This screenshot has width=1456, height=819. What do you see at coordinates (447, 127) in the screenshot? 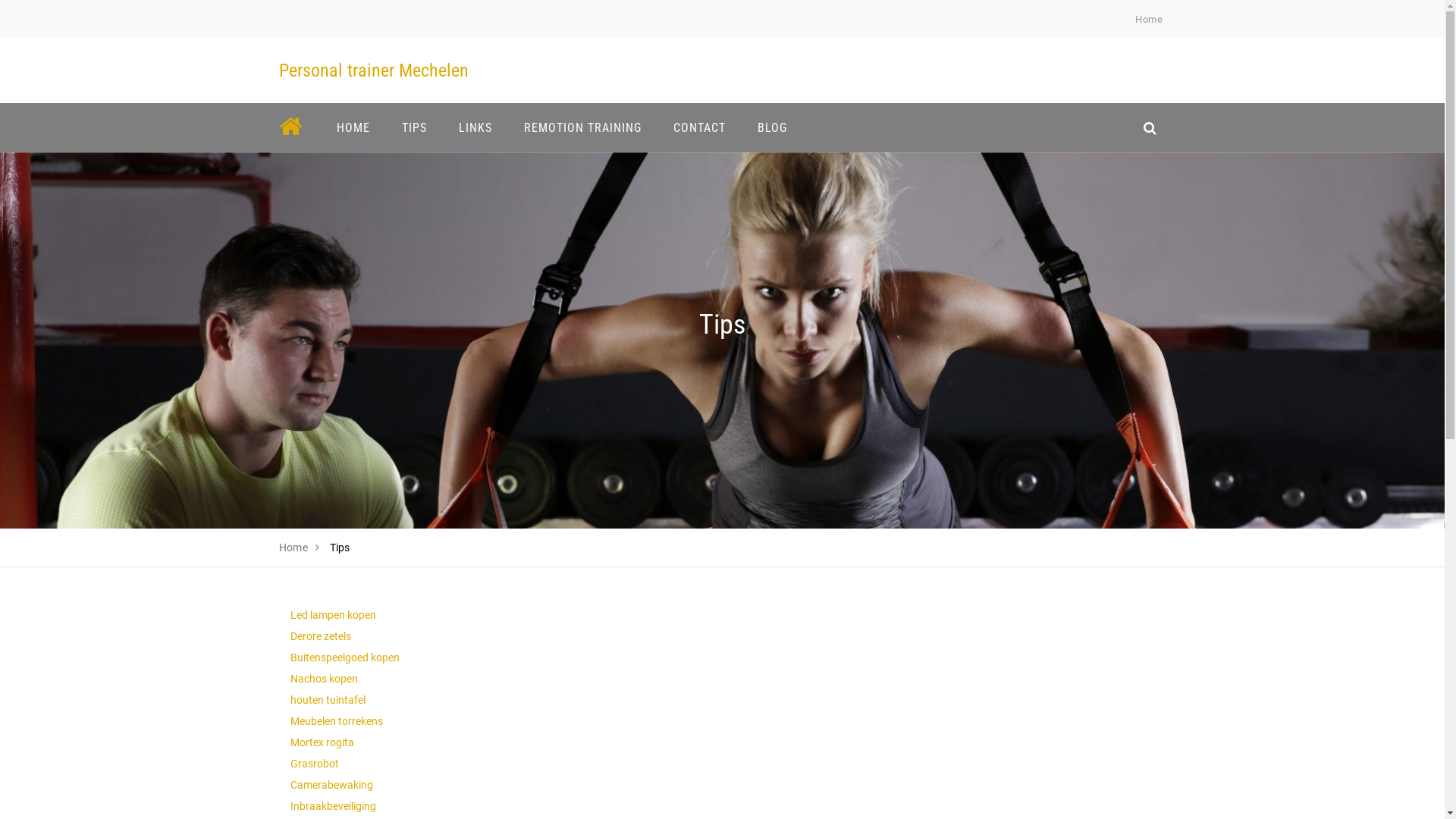
I see `'LINKS'` at bounding box center [447, 127].